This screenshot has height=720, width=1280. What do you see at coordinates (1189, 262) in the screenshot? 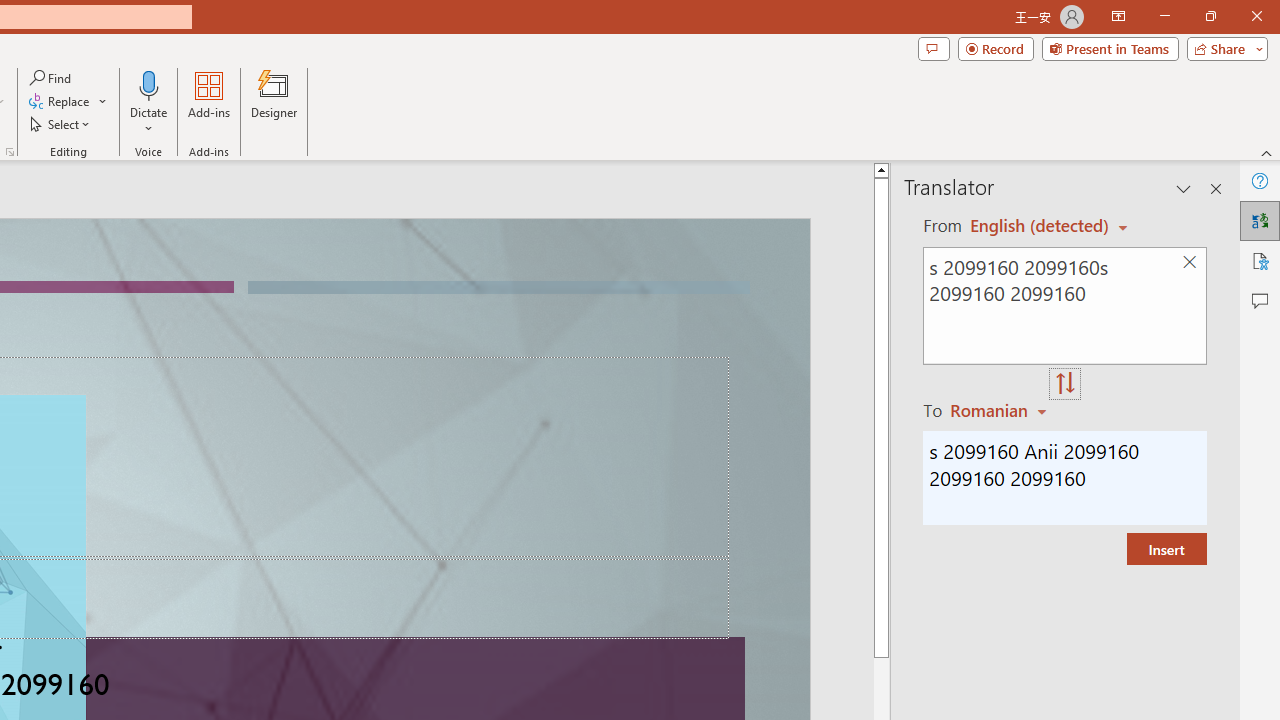
I see `'Clear text'` at bounding box center [1189, 262].